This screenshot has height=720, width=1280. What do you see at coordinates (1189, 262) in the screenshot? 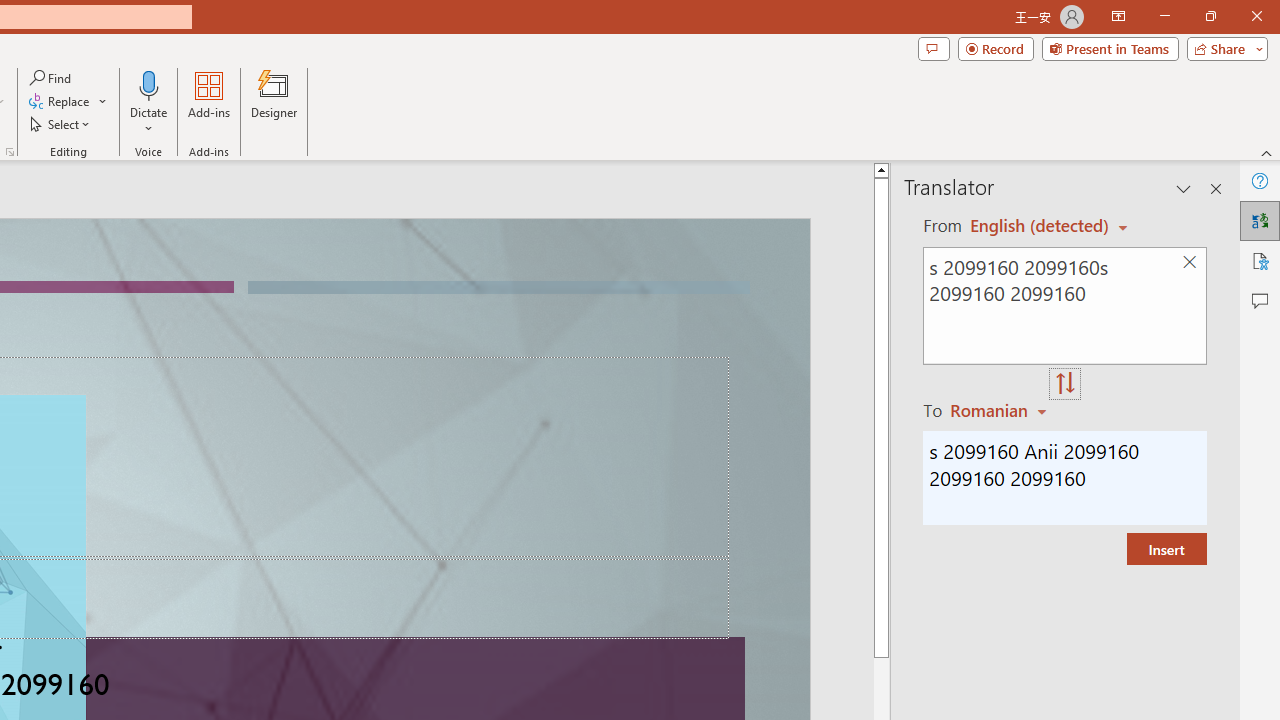
I see `'Clear text'` at bounding box center [1189, 262].